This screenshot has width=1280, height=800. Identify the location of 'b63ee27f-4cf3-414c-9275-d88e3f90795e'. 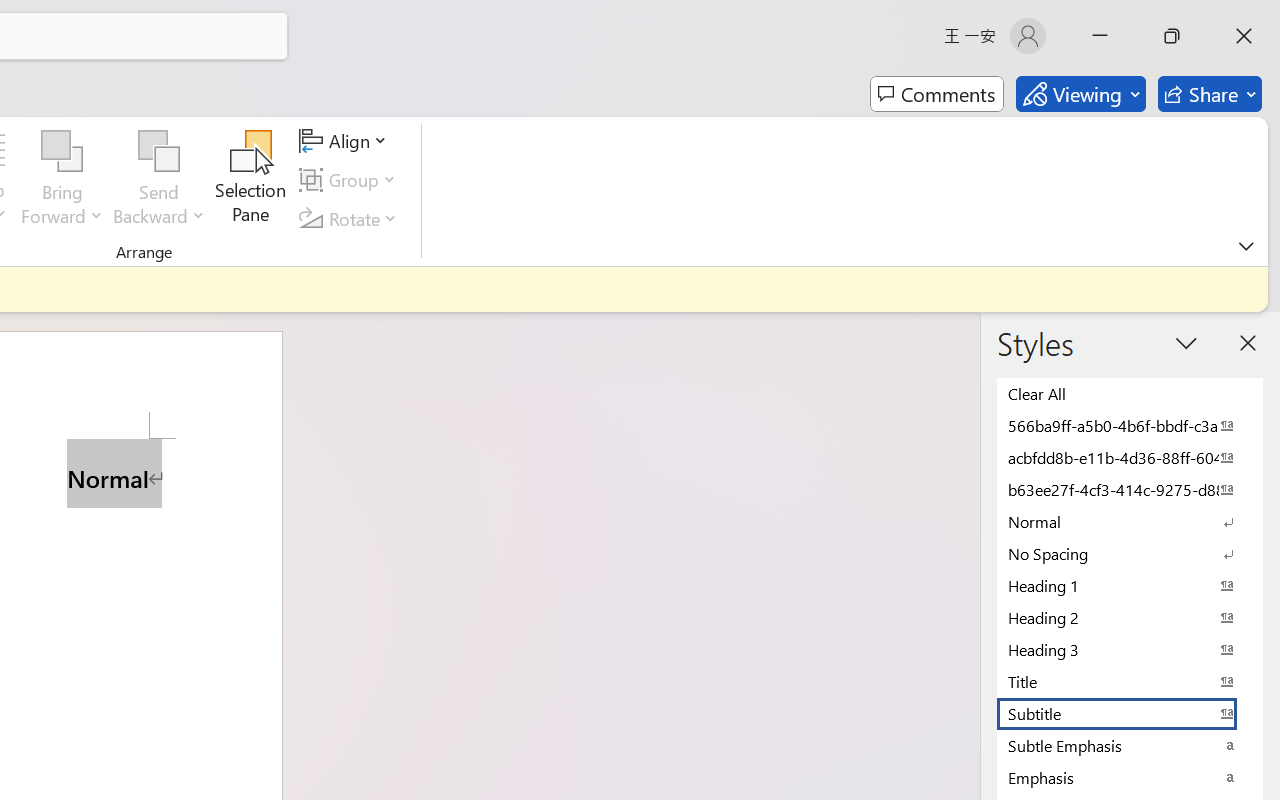
(1130, 489).